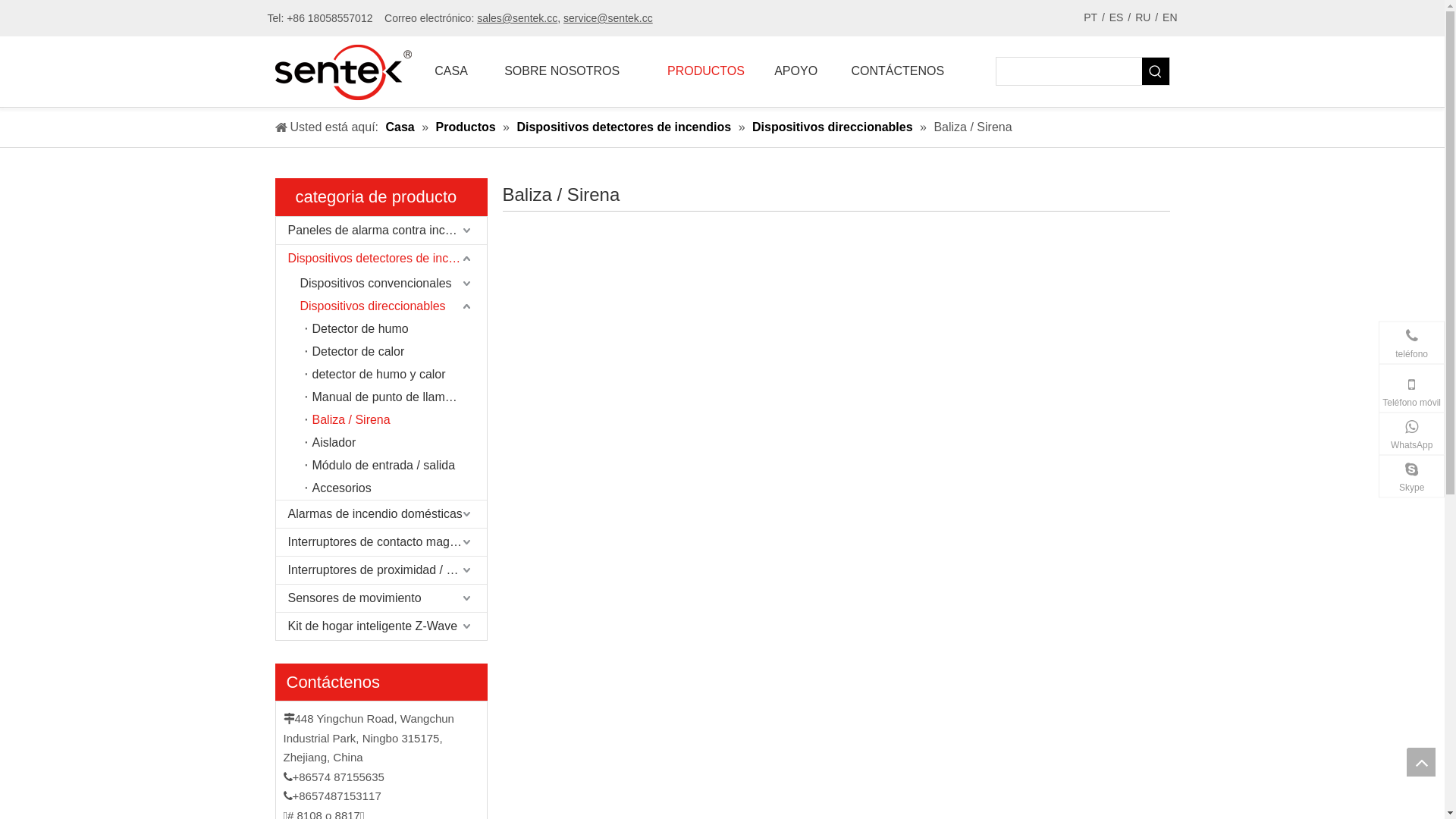 The image size is (1456, 819). What do you see at coordinates (1420, 762) in the screenshot?
I see `'top'` at bounding box center [1420, 762].